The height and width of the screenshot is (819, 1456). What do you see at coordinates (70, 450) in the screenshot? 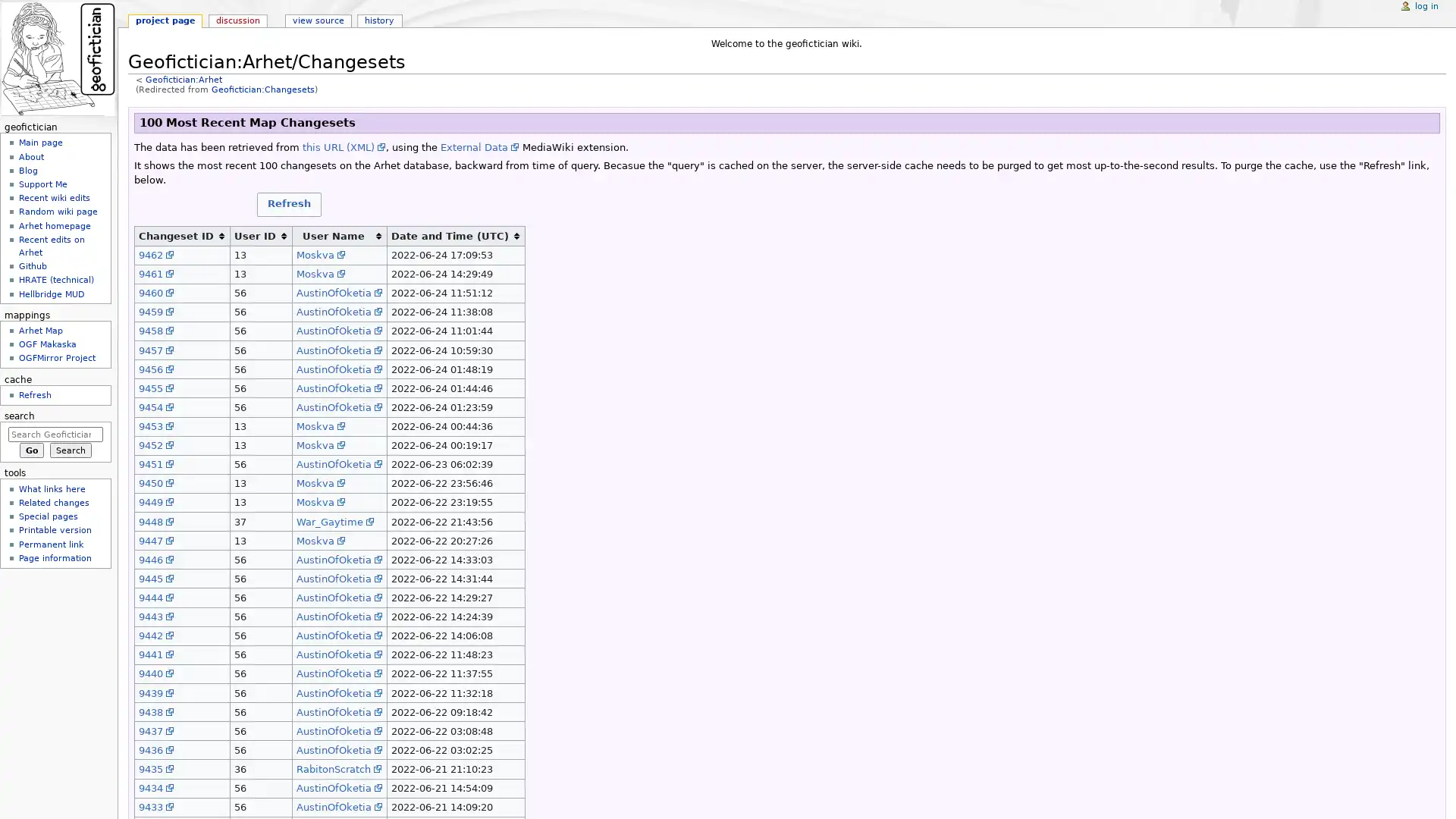
I see `Search` at bounding box center [70, 450].